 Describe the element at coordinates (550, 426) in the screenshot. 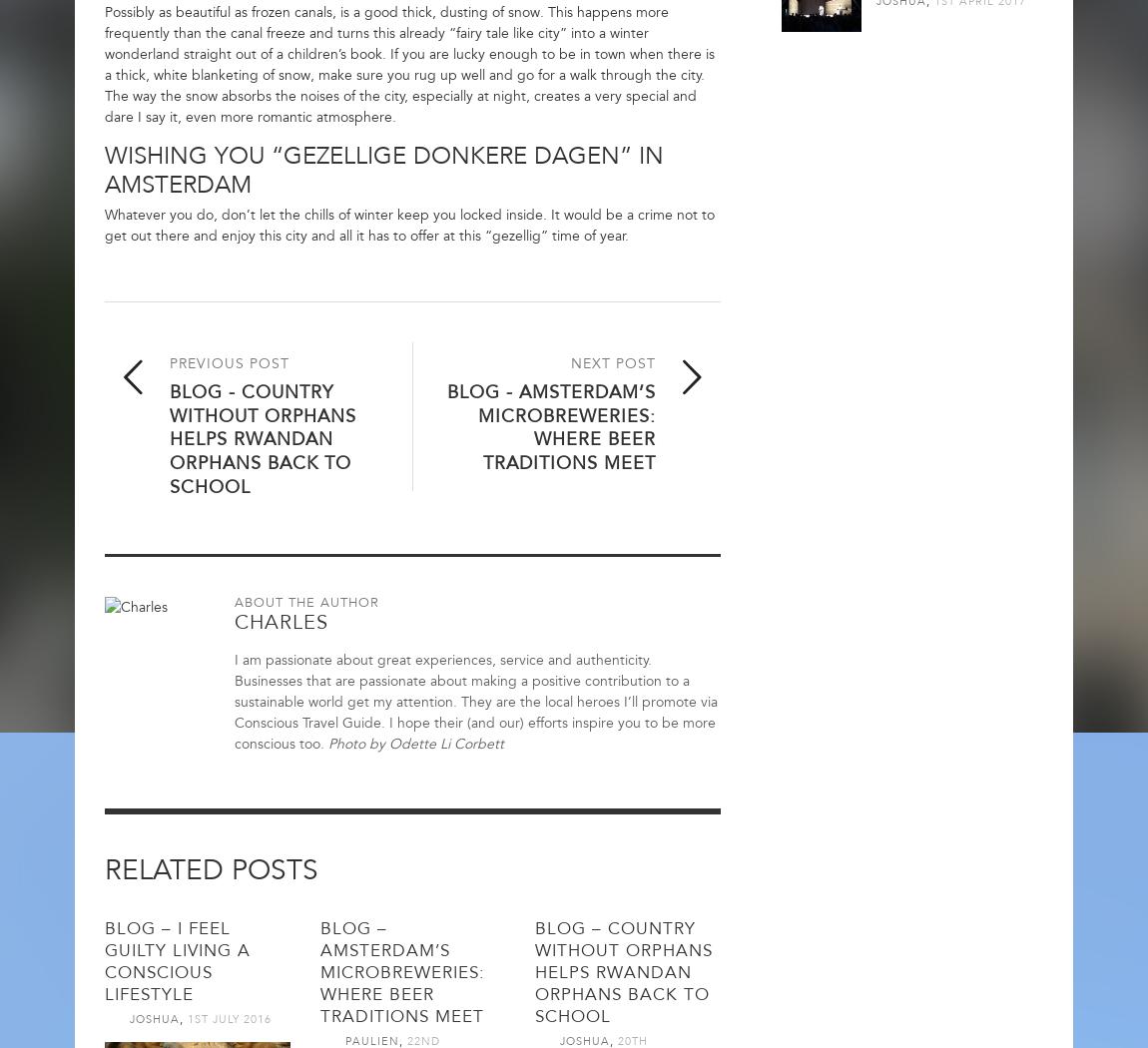

I see `'Blog - Amsterdam’s microbreweries: where beer traditions meet'` at that location.